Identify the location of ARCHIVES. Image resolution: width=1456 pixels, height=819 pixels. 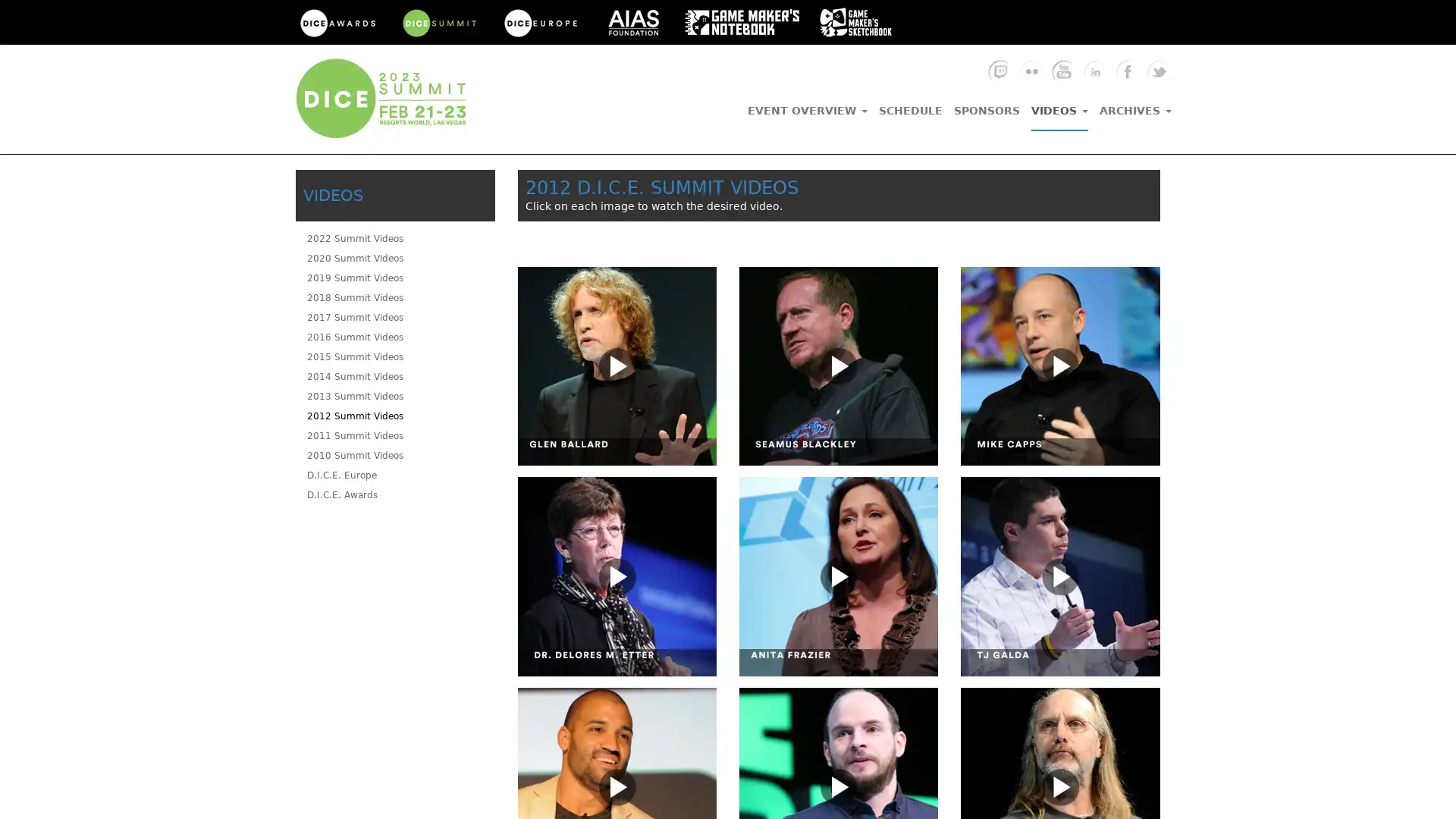
(1135, 110).